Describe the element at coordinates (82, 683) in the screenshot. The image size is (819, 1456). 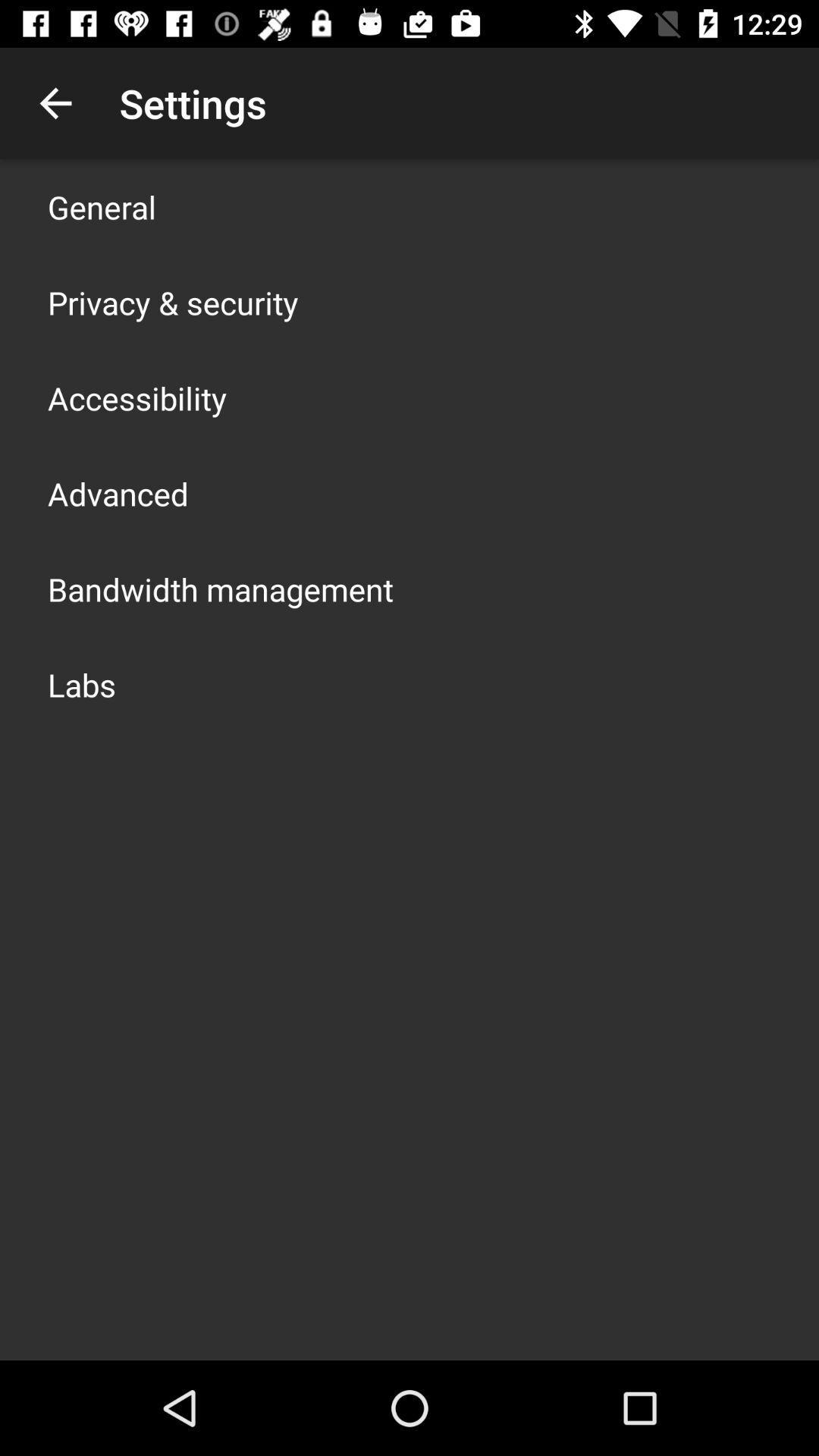
I see `the app below bandwidth management` at that location.